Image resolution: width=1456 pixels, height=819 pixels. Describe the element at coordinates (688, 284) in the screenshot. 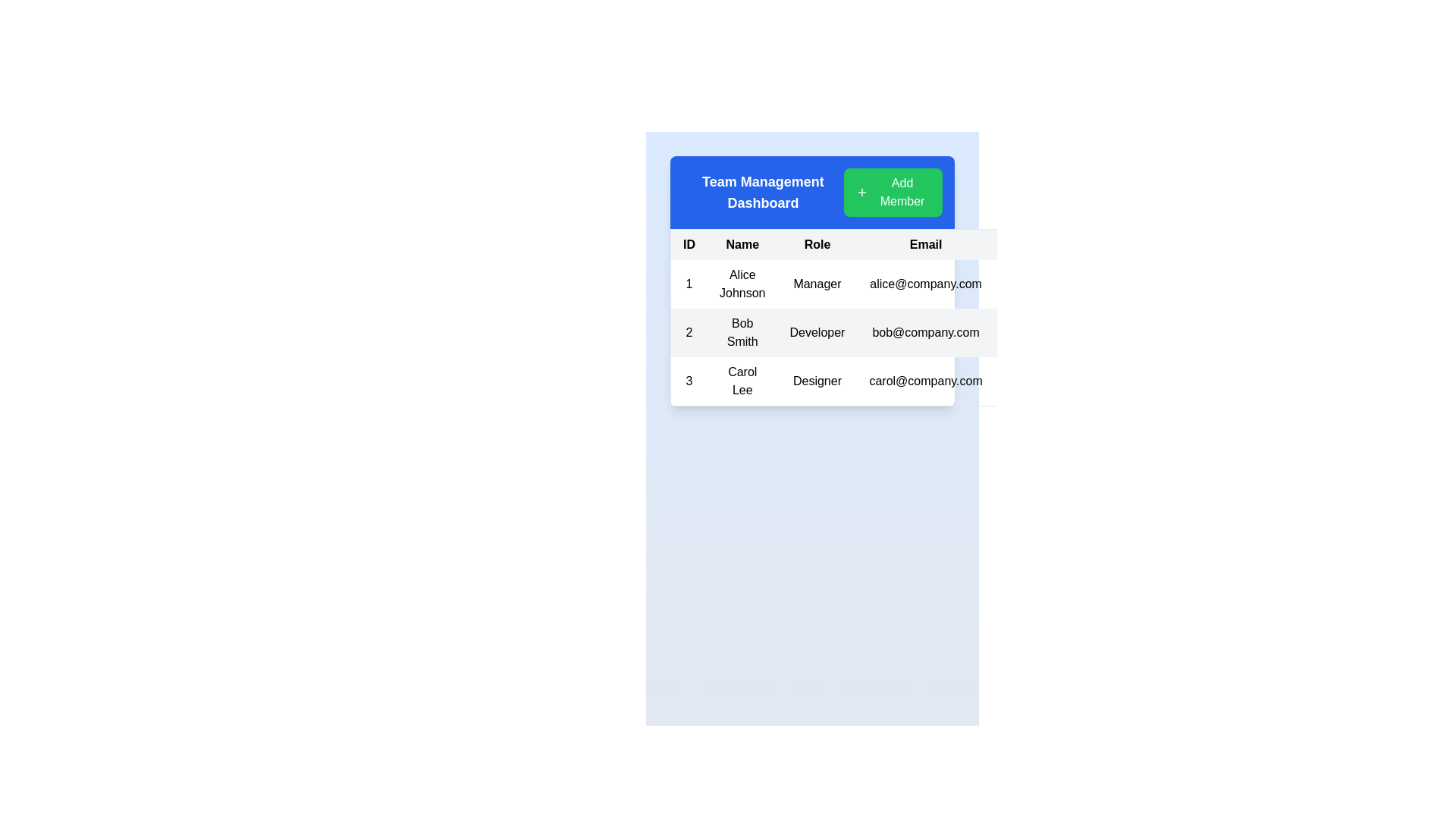

I see `the Label representing the unique identifier for 'Alice Johnson' in the first column of the first data row under the 'ID' header` at that location.